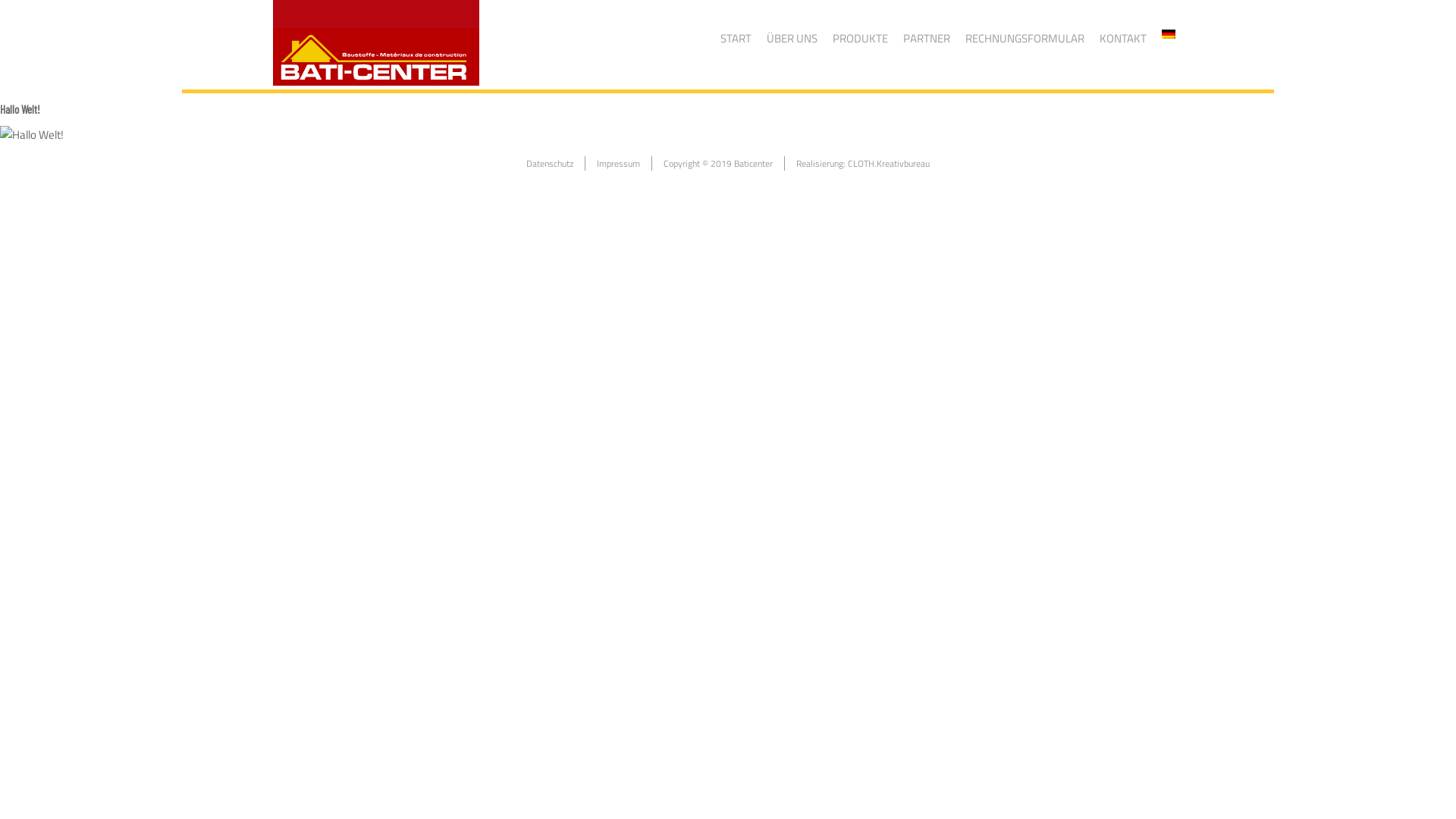  What do you see at coordinates (860, 36) in the screenshot?
I see `'PRODUKTE'` at bounding box center [860, 36].